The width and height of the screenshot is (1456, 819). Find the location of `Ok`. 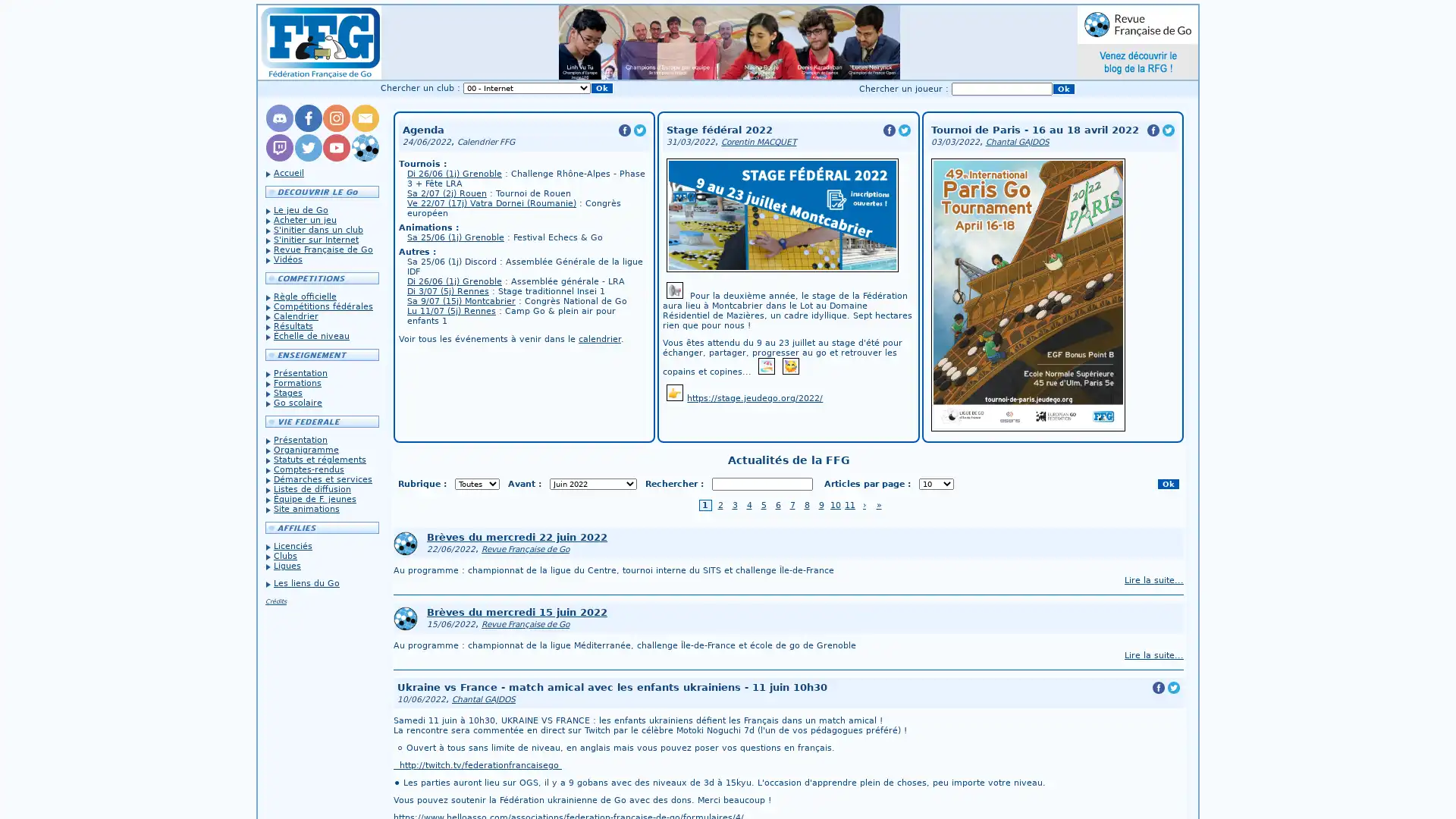

Ok is located at coordinates (1167, 484).